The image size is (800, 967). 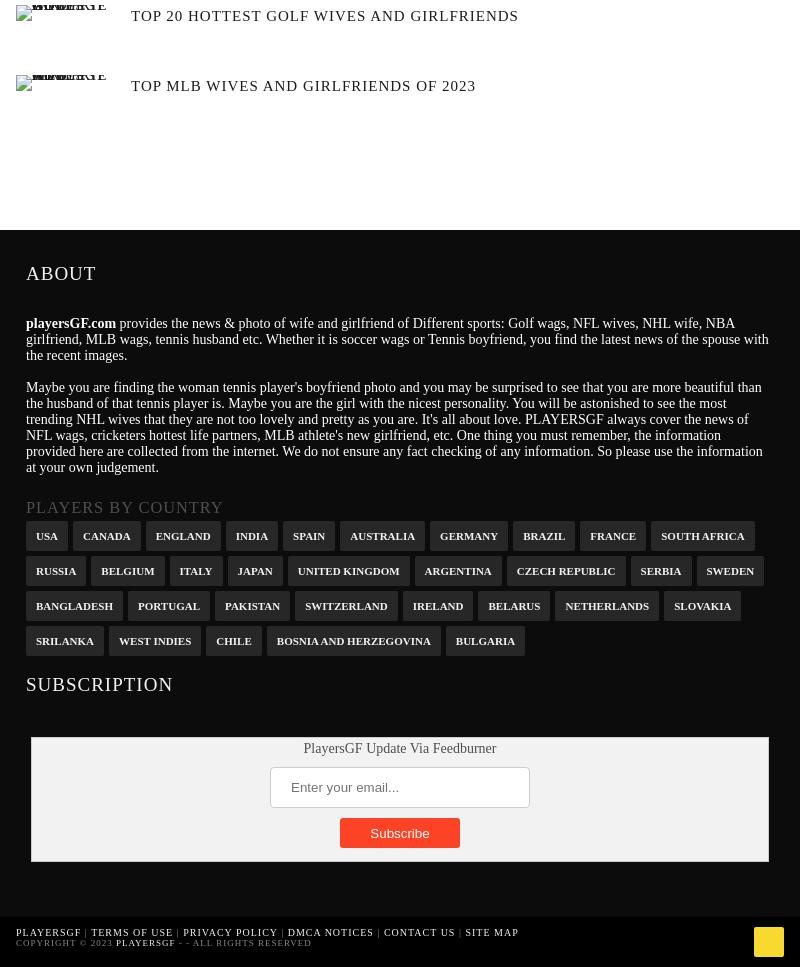 What do you see at coordinates (395, 338) in the screenshot?
I see `'provides the news & photo of wife and girlfriend of Different sports: Golf wags, NFL wives, NHL wife, NBA girlfriend, MLB wags, tennis husband etc. Whether it is soccer wags or Tennis boyfriend, you find the latest news of the spouse with the recent images.'` at bounding box center [395, 338].